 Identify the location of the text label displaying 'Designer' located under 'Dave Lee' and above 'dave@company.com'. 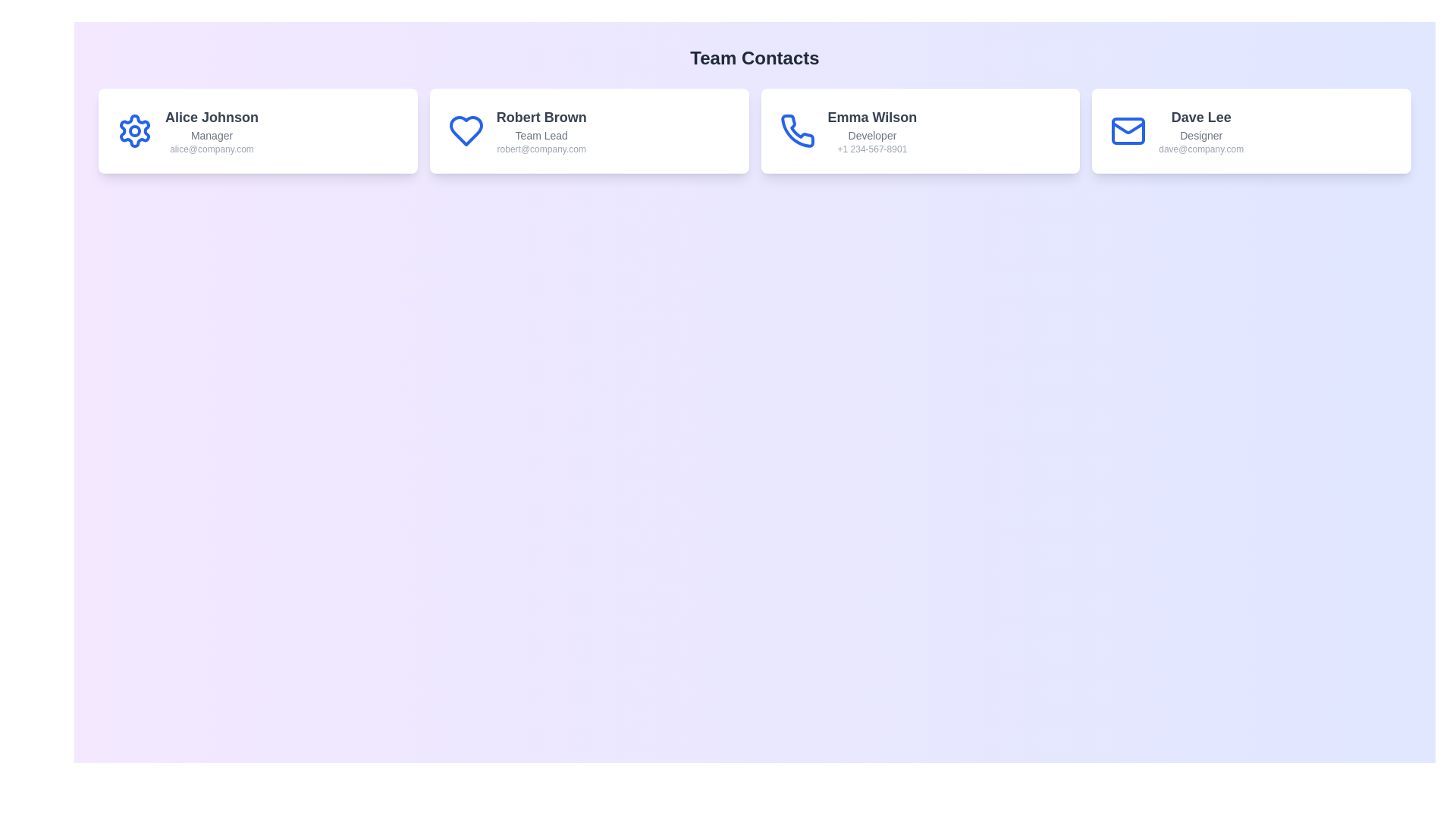
(1200, 134).